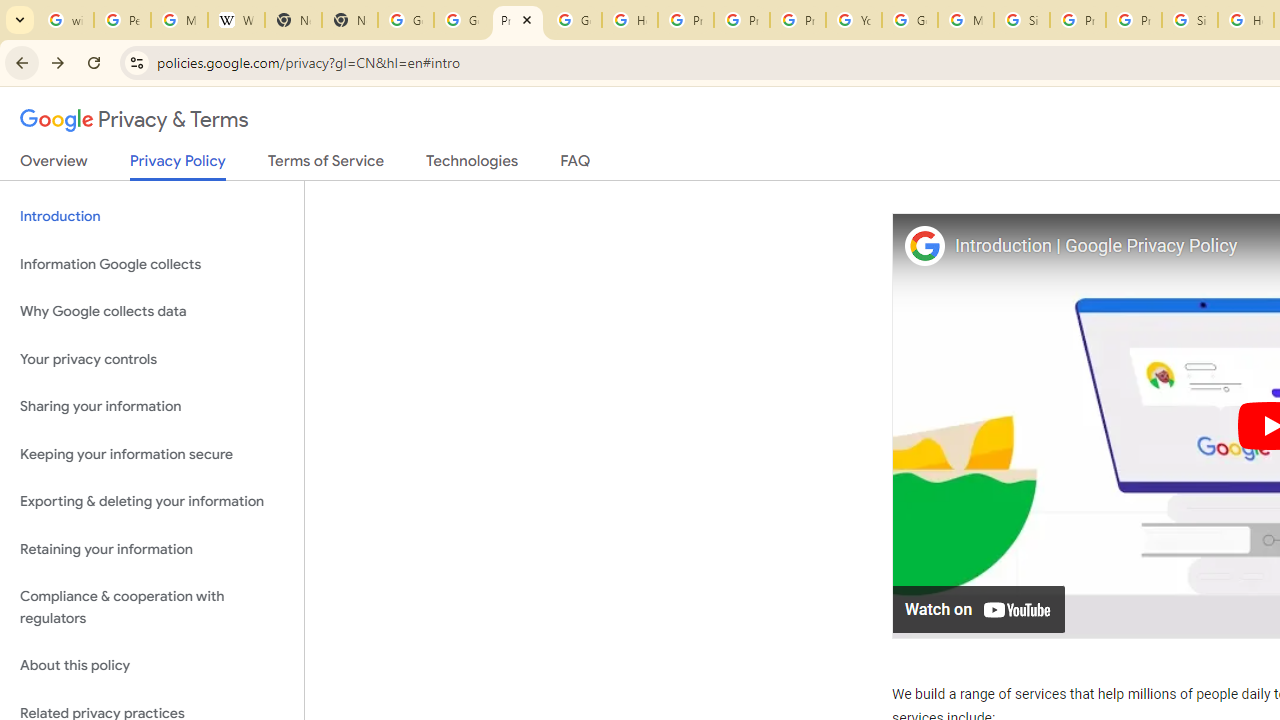 Image resolution: width=1280 pixels, height=720 pixels. I want to click on 'New Tab', so click(350, 20).